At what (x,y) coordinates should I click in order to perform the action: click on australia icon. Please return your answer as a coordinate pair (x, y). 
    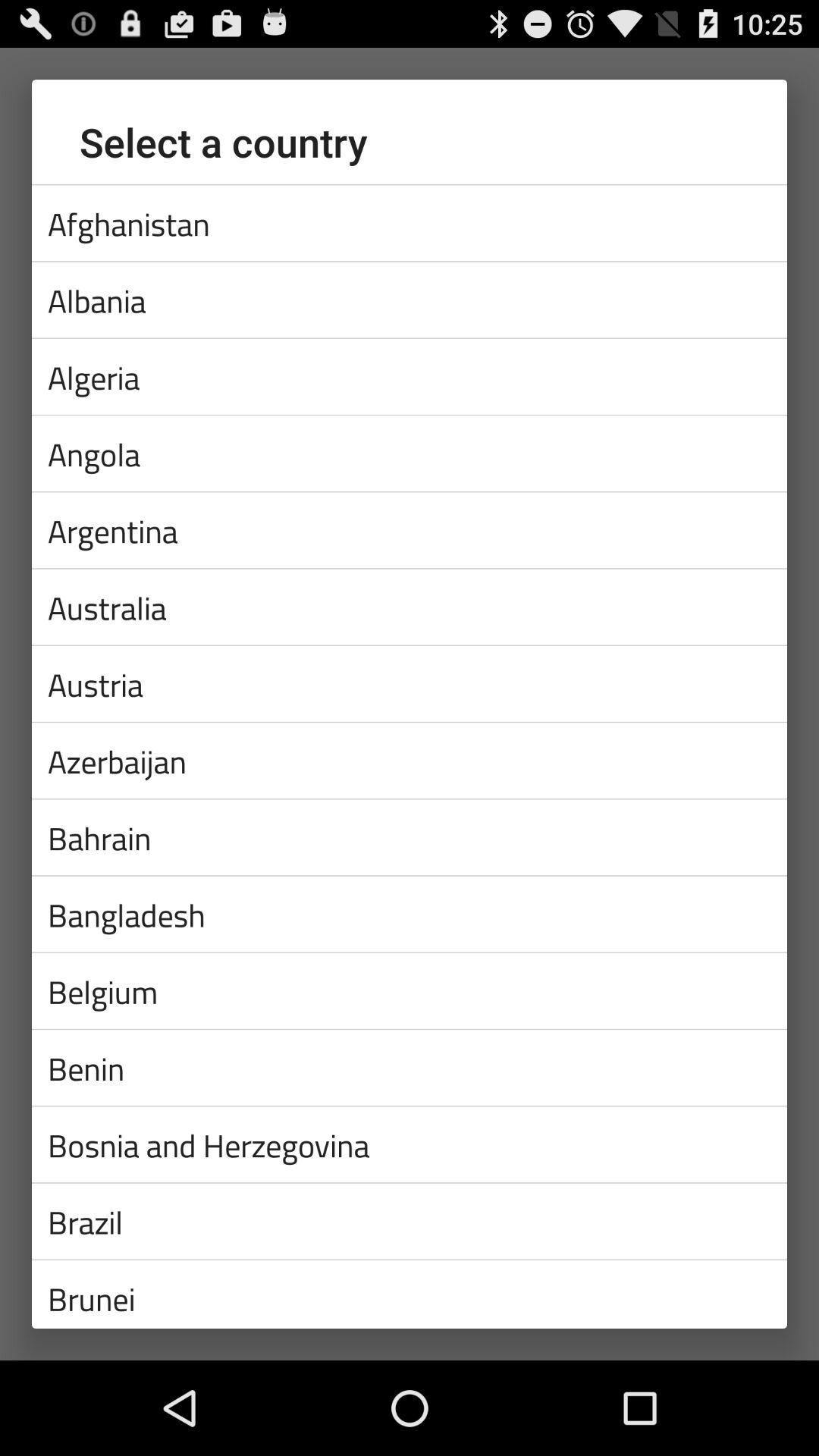
    Looking at the image, I should click on (409, 607).